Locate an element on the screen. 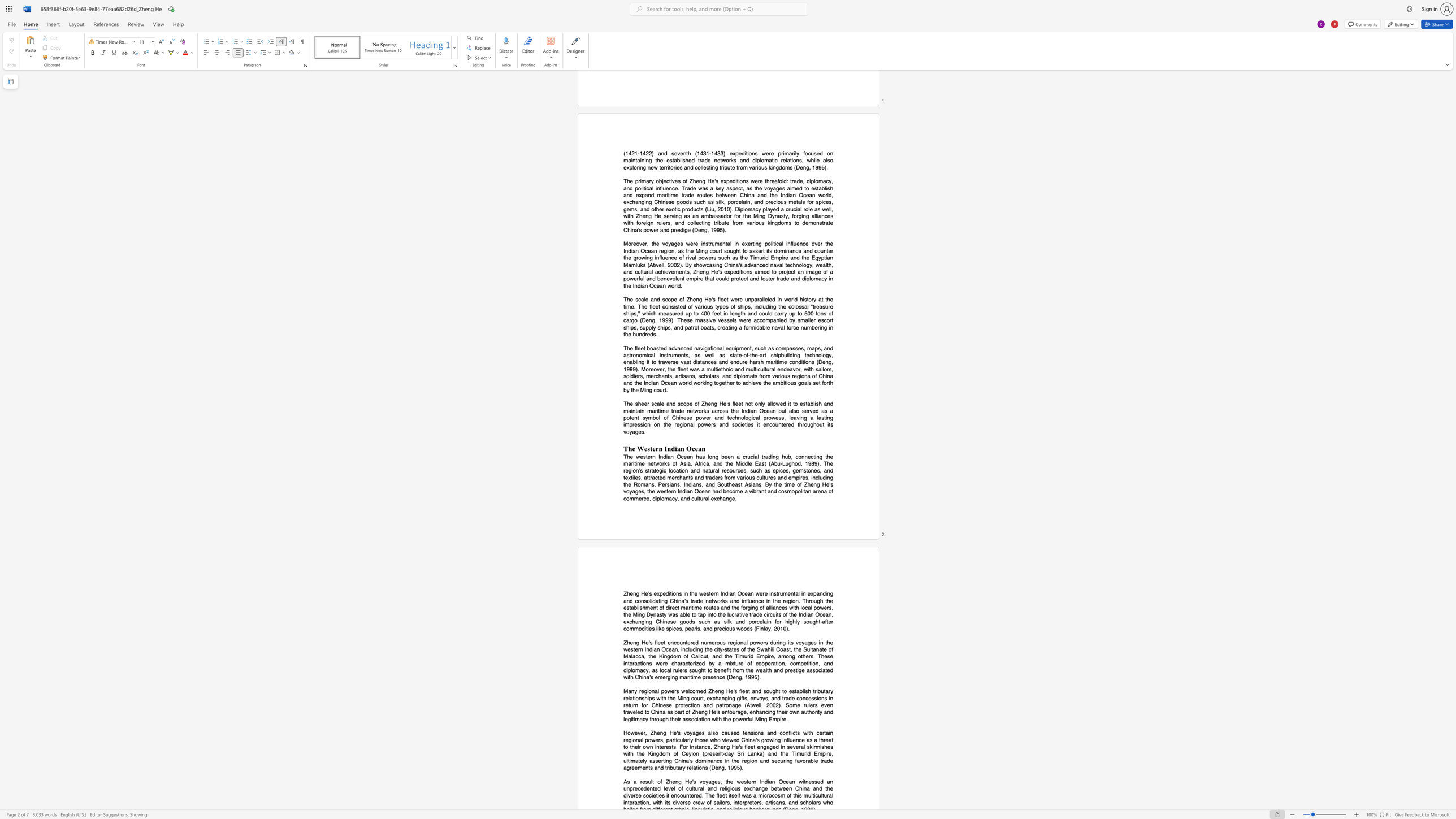 The height and width of the screenshot is (819, 1456). the space between the continuous character "e" and "a" in the text is located at coordinates (704, 491).